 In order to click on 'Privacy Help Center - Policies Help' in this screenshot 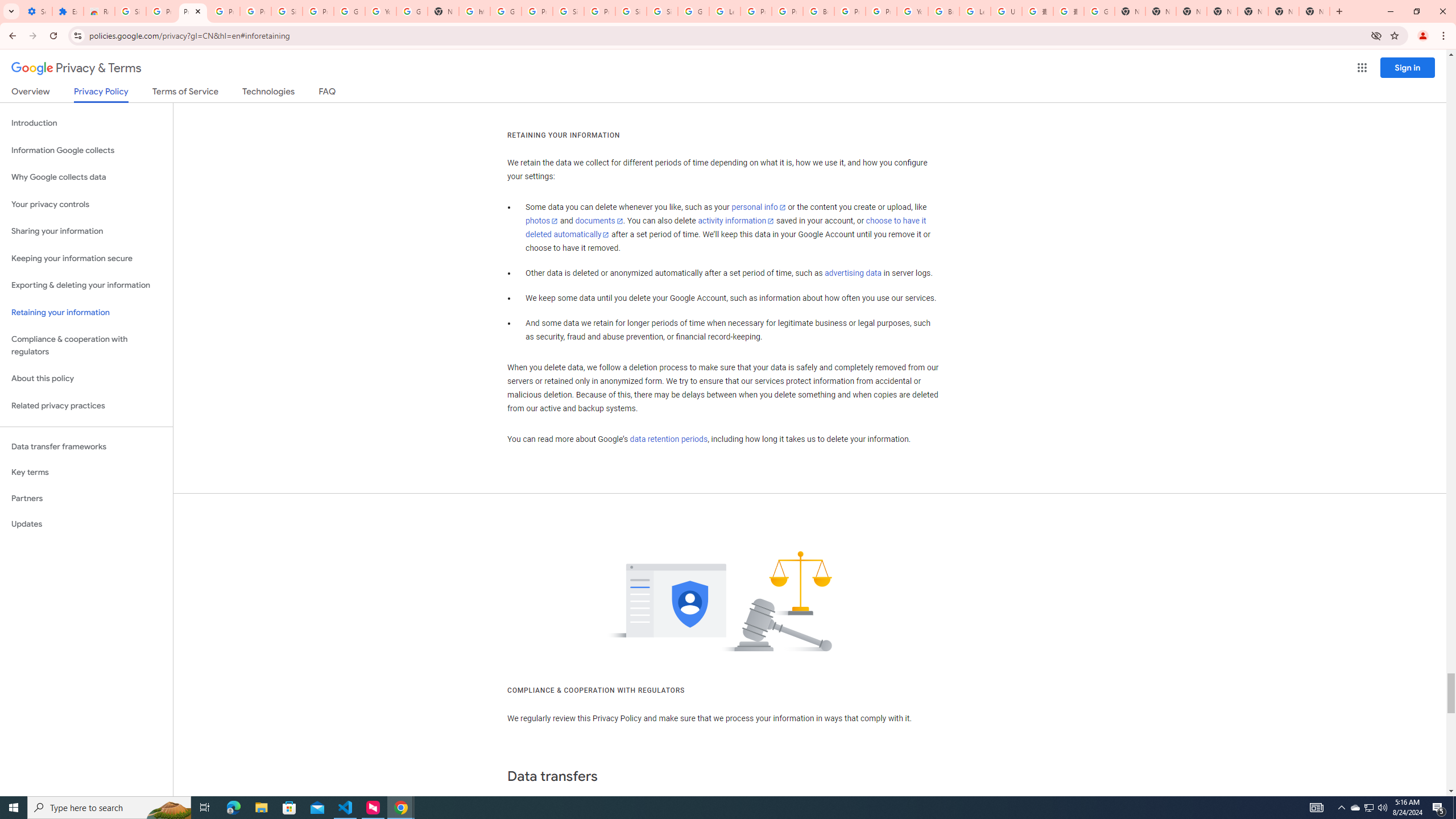, I will do `click(755, 11)`.